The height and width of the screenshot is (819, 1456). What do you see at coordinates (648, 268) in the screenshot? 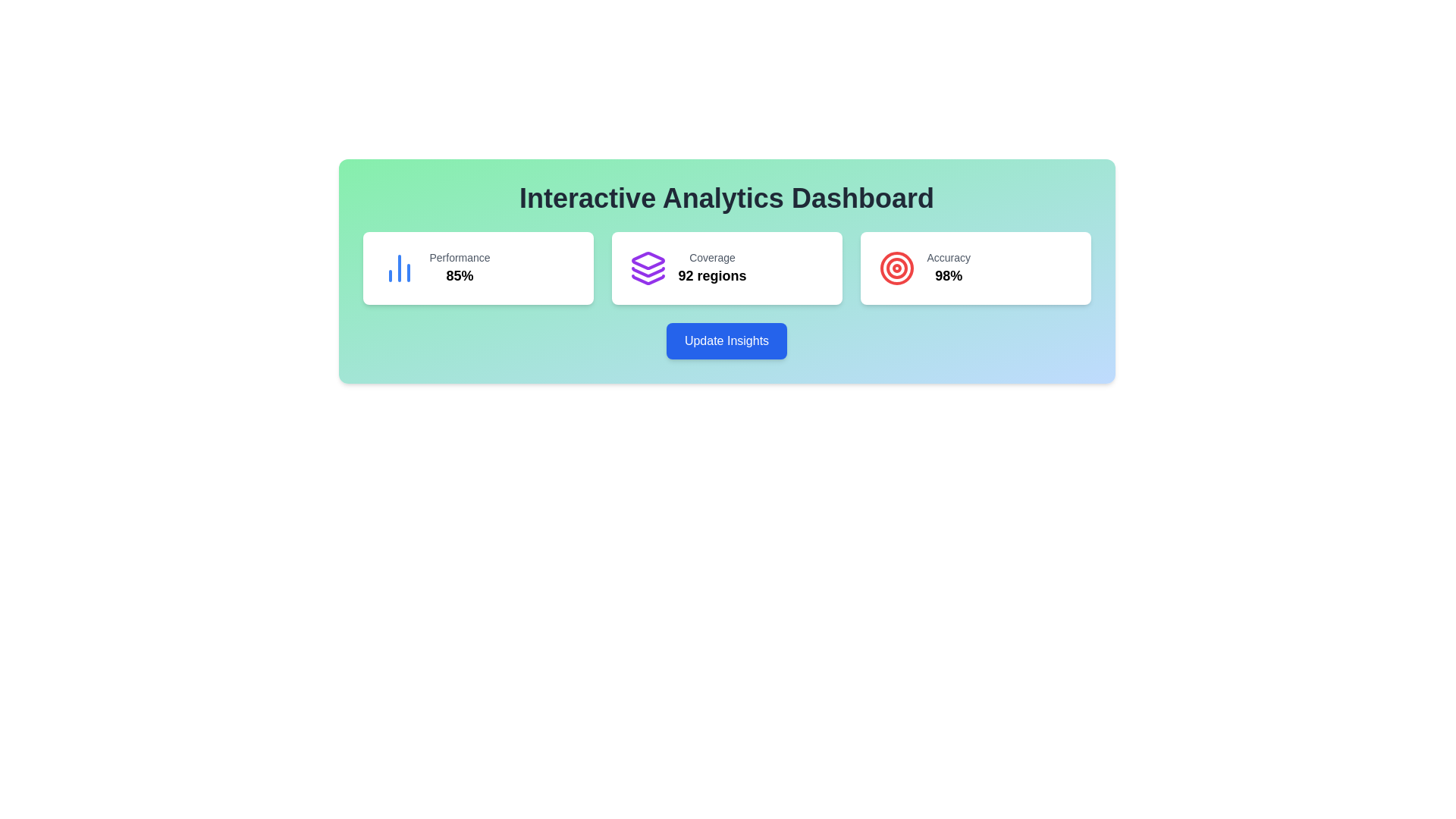
I see `the stack icon with a purple outline, which is centrally placed in the 'Coverage' card, to associate it with the coverage context` at bounding box center [648, 268].